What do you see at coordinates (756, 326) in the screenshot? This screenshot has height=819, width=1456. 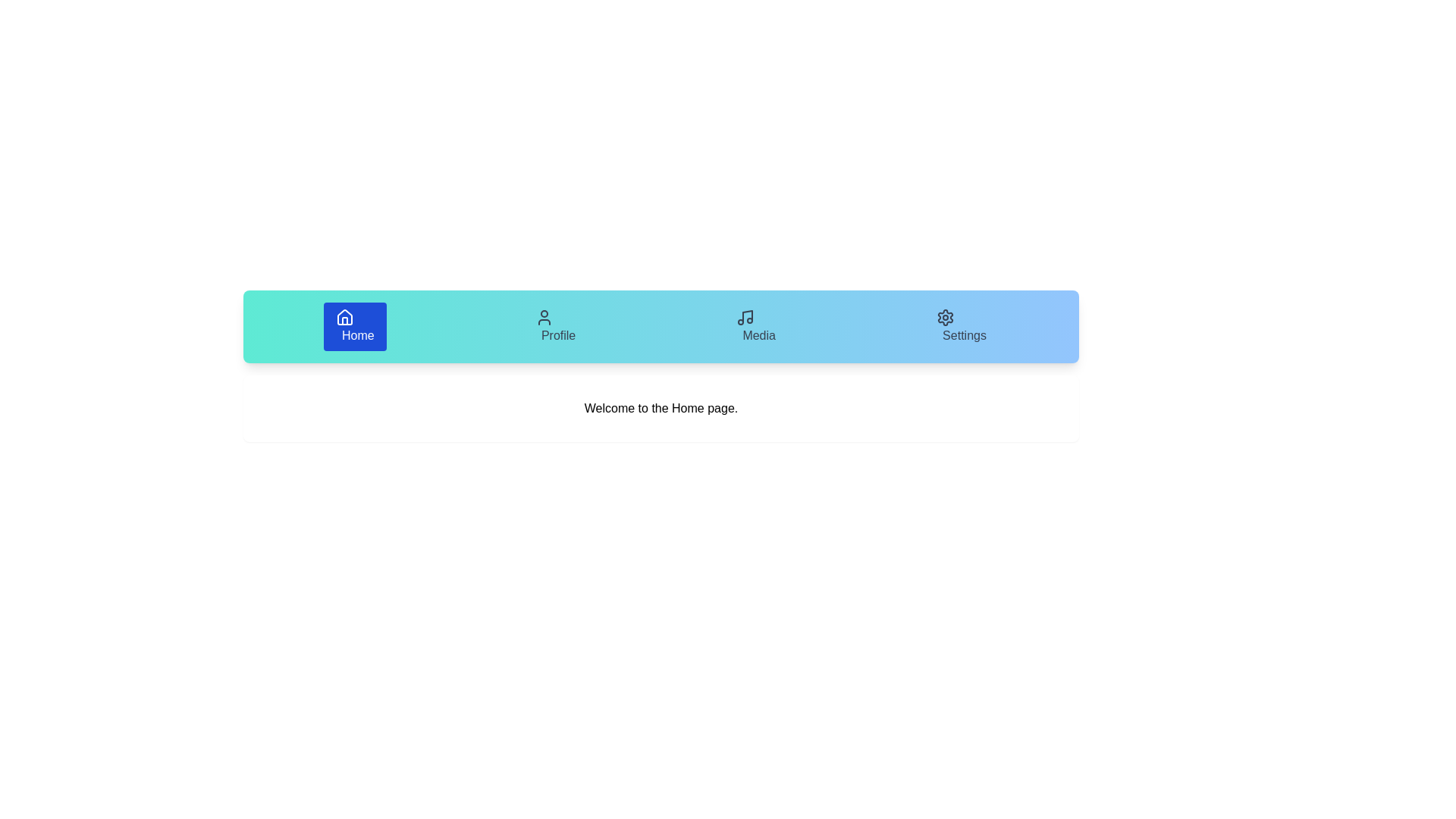 I see `the tab labeled Media to view its content` at bounding box center [756, 326].